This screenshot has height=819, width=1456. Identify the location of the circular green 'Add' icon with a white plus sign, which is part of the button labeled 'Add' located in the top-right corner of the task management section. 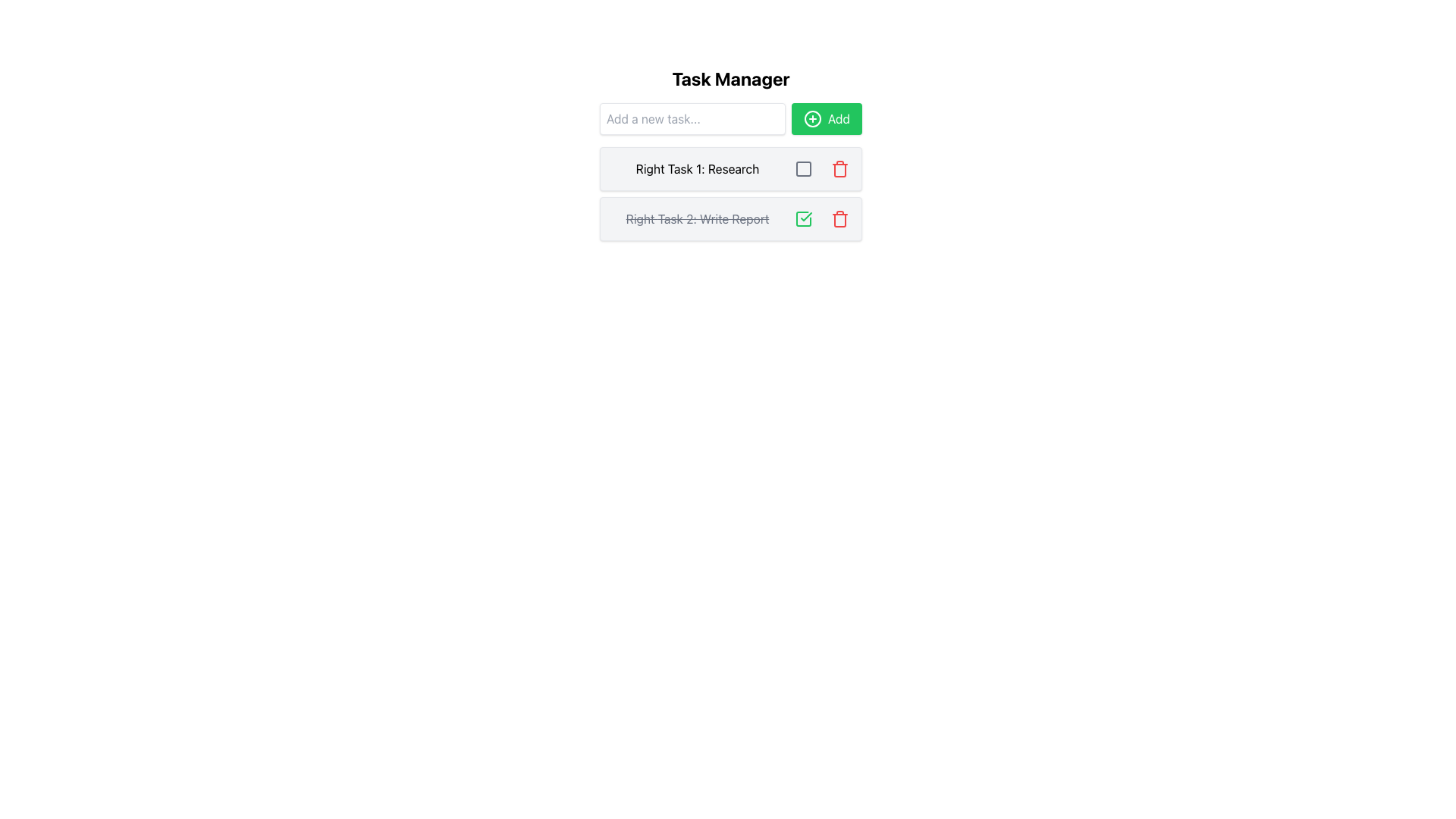
(811, 118).